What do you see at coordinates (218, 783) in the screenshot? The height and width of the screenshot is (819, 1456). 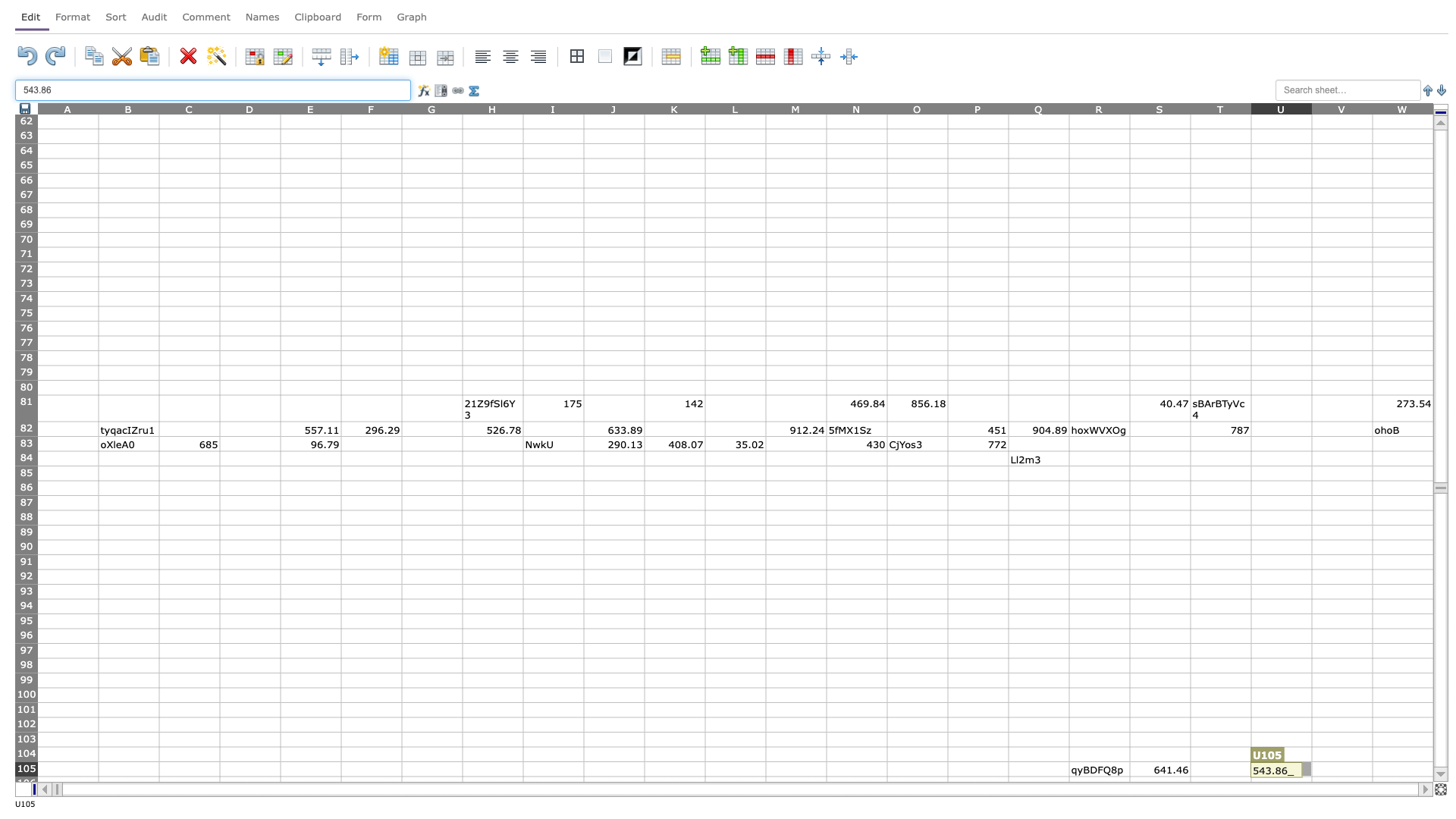 I see `Right side of cell C106` at bounding box center [218, 783].